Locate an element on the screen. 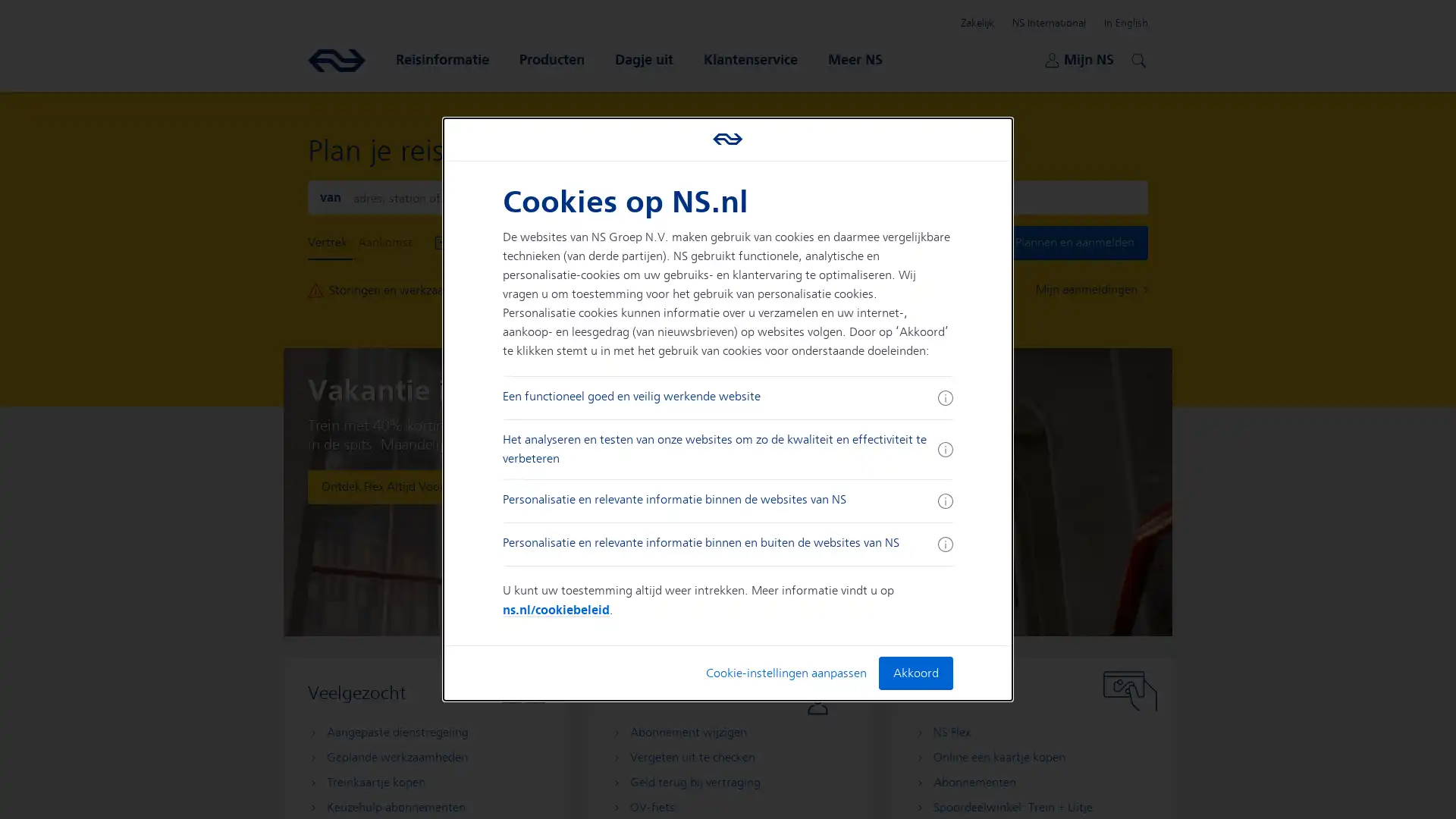 This screenshot has height=819, width=1456. Zoeken is located at coordinates (1136, 58).